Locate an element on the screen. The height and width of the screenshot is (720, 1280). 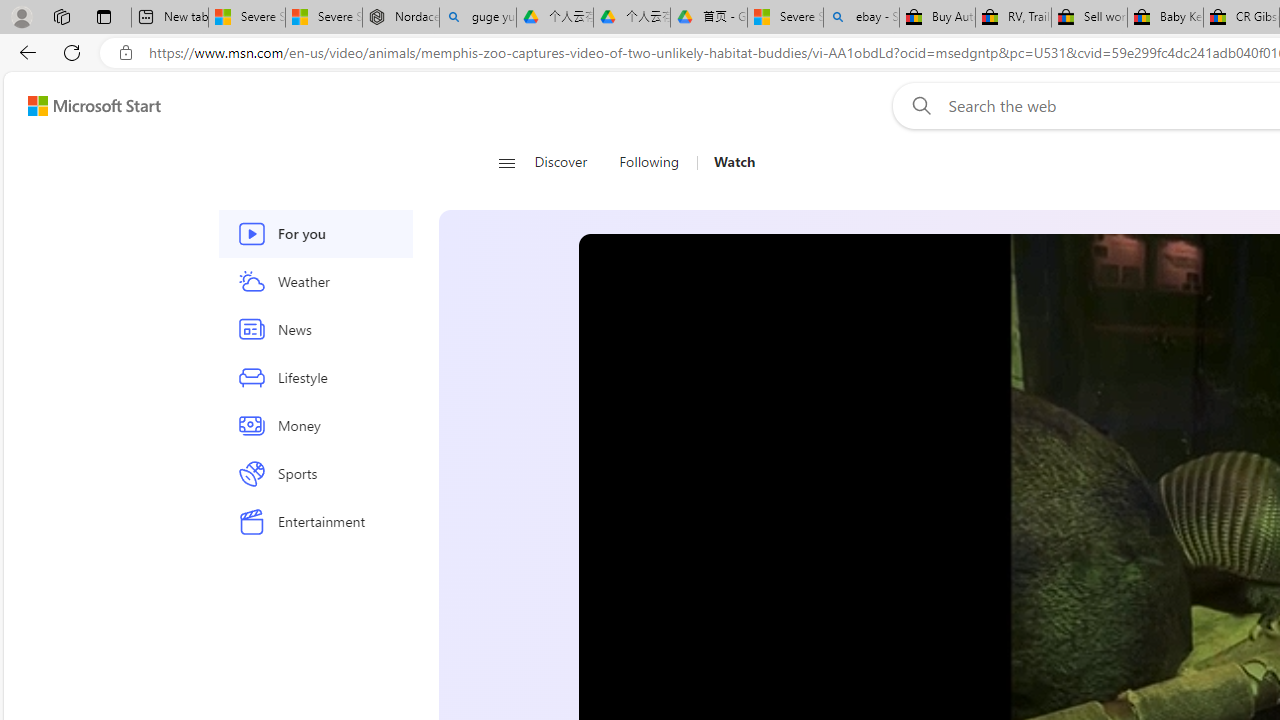
'guge yunpan - Search' is located at coordinates (477, 17).